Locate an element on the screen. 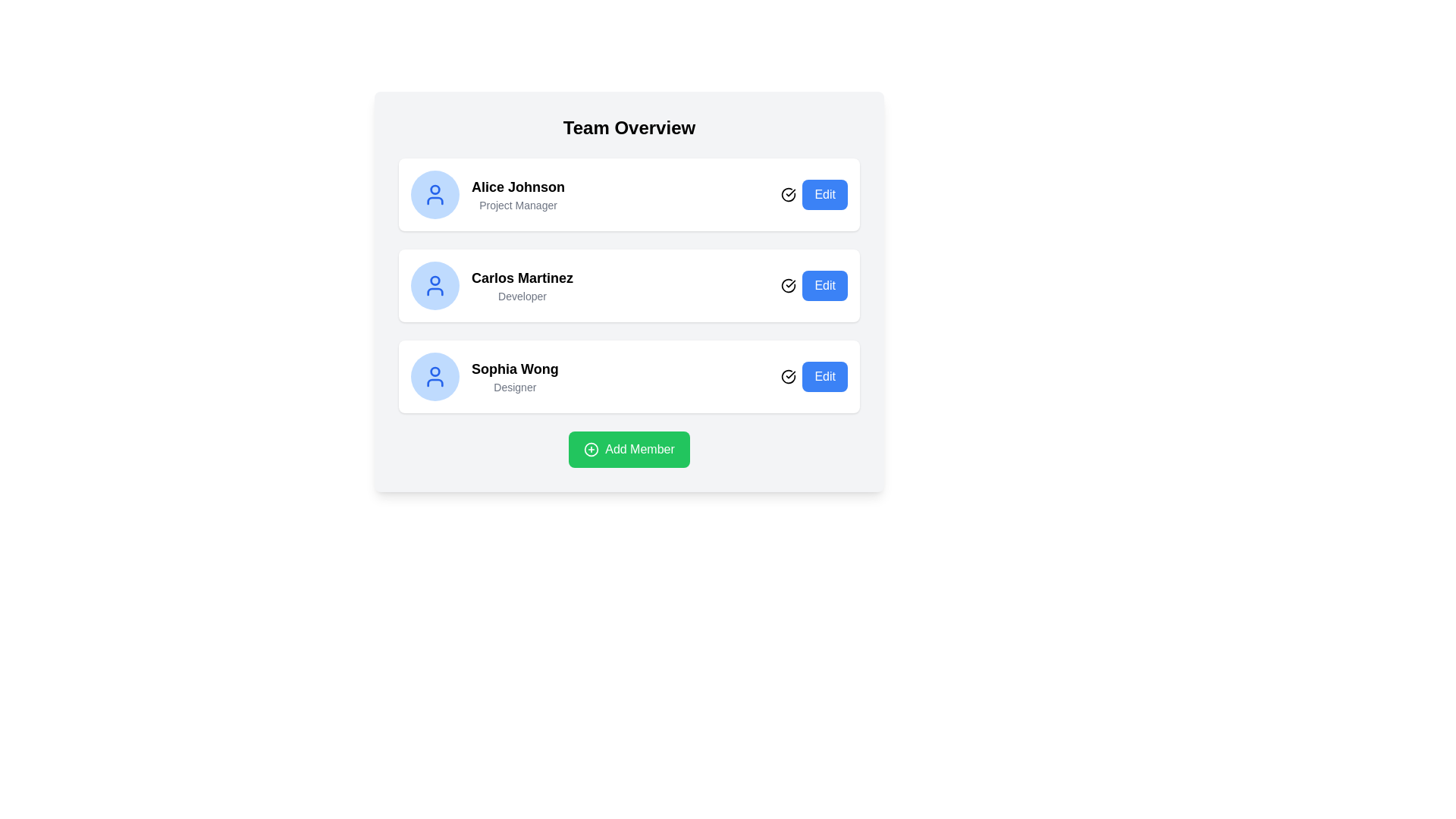 The image size is (1456, 819). the circular element representing the user profile icon, specifically located within the third profile section from the top is located at coordinates (435, 371).